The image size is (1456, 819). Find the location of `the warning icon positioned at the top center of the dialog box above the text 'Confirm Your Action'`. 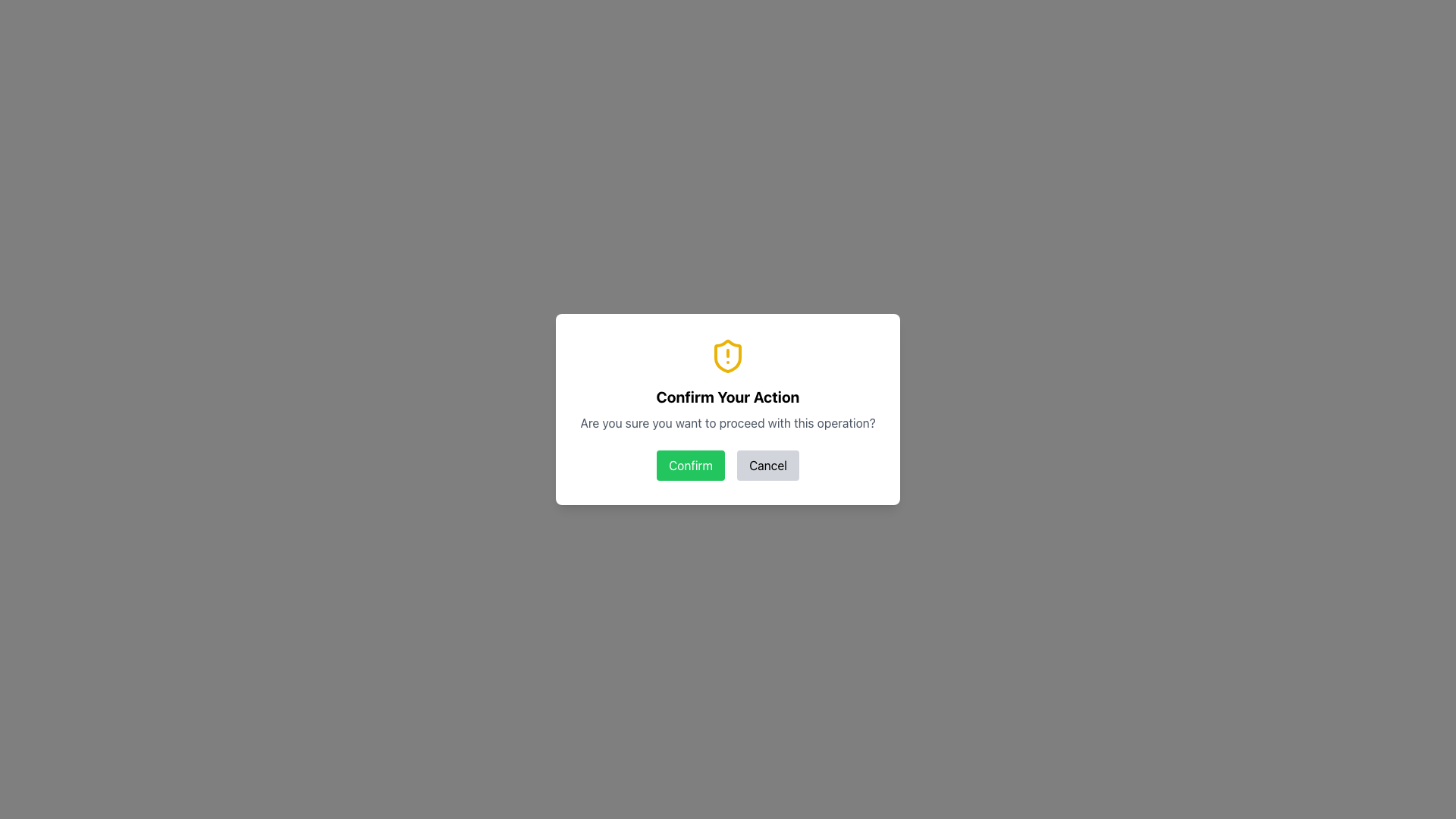

the warning icon positioned at the top center of the dialog box above the text 'Confirm Your Action' is located at coordinates (728, 356).